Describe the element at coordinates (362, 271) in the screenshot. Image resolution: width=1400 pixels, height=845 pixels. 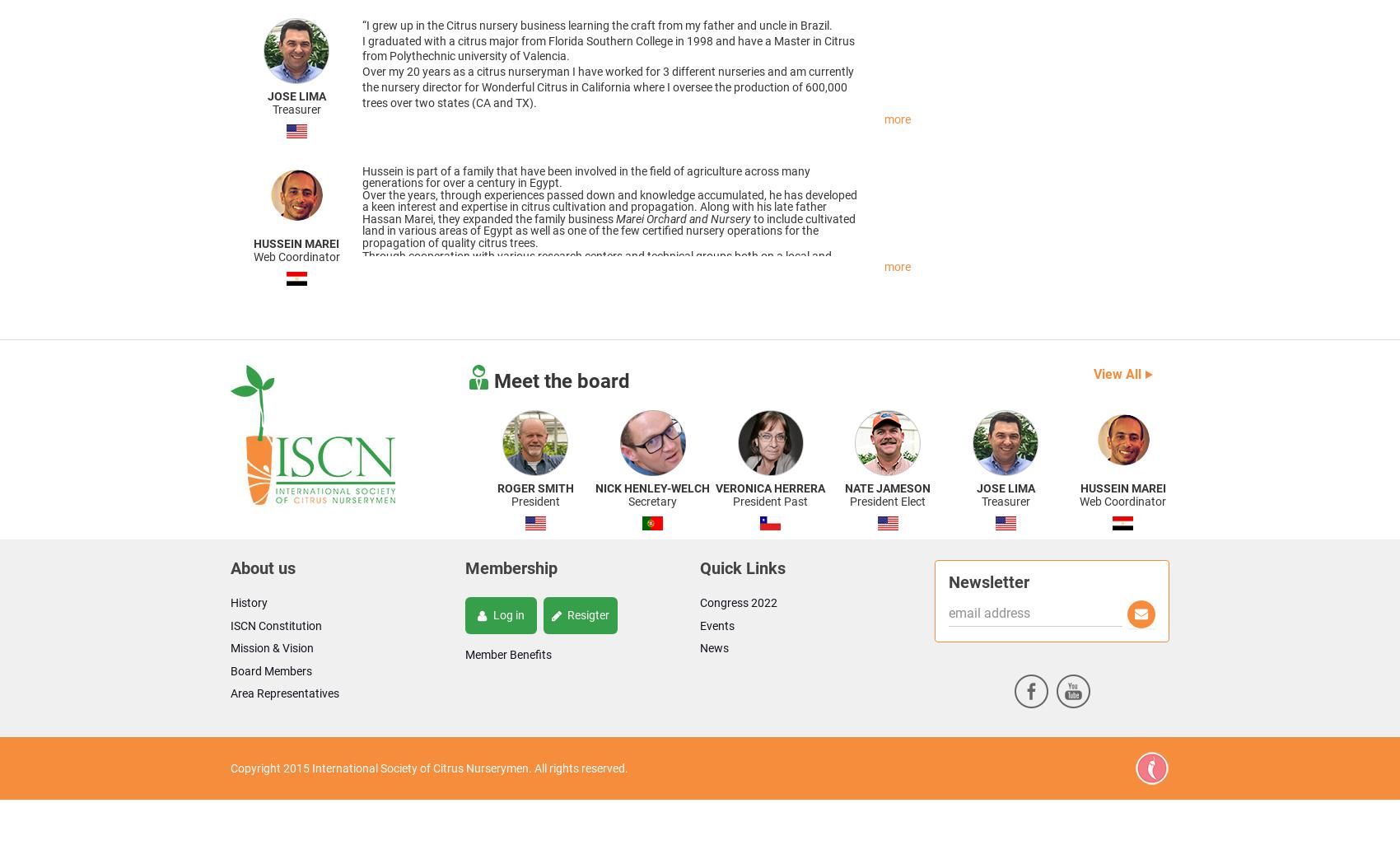
I see `'Through cooperation with various research centers and technical groups both on a local and international level Marei is always striving to be on the forefront of new technologies and innovations to advance the sector in Egypt.'` at that location.